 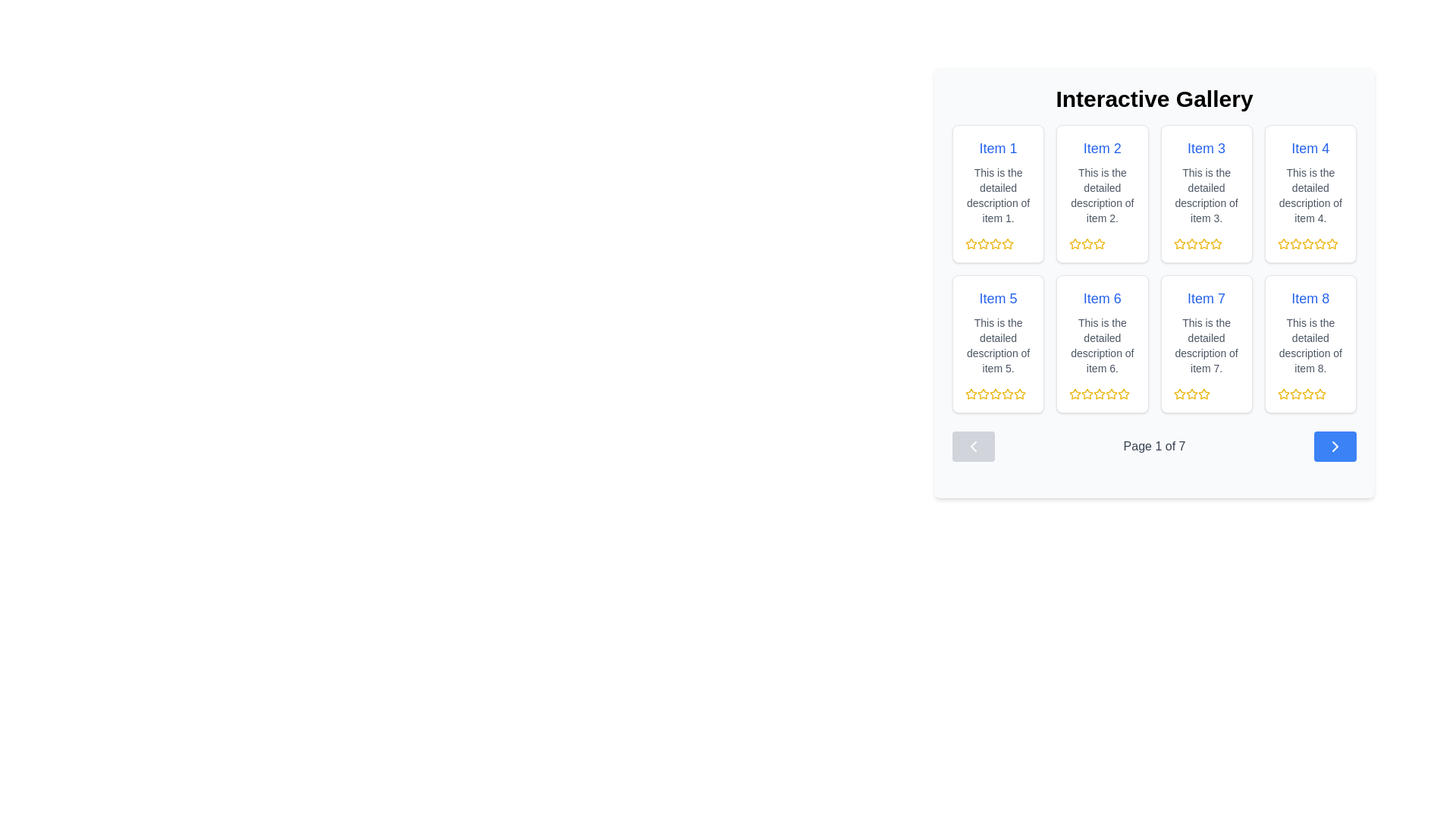 I want to click on the second star icon in the rating system under 'Item 5', so click(x=1019, y=393).